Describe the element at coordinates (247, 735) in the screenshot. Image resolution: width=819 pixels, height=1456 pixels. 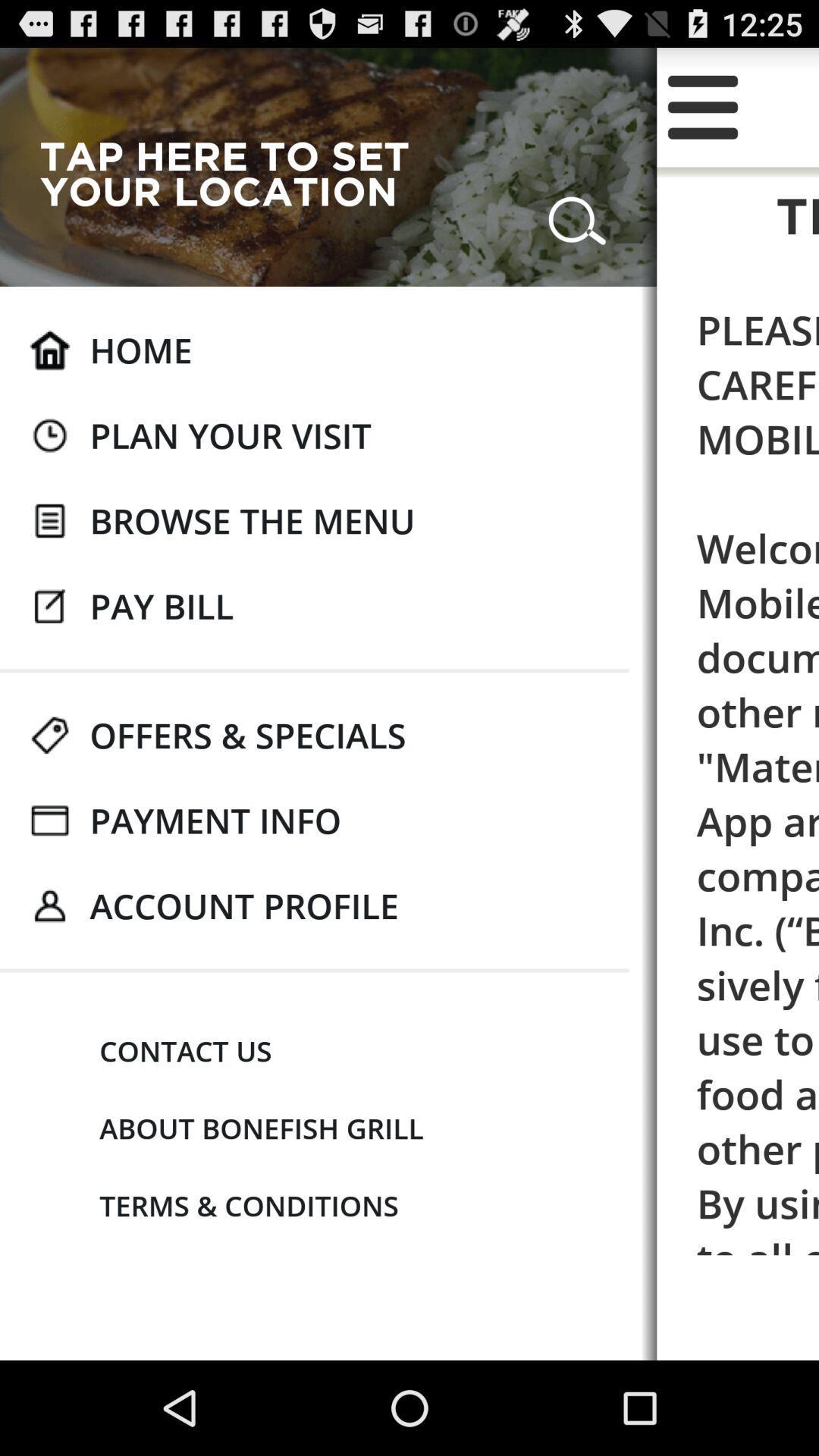
I see `app to the left of please read these item` at that location.